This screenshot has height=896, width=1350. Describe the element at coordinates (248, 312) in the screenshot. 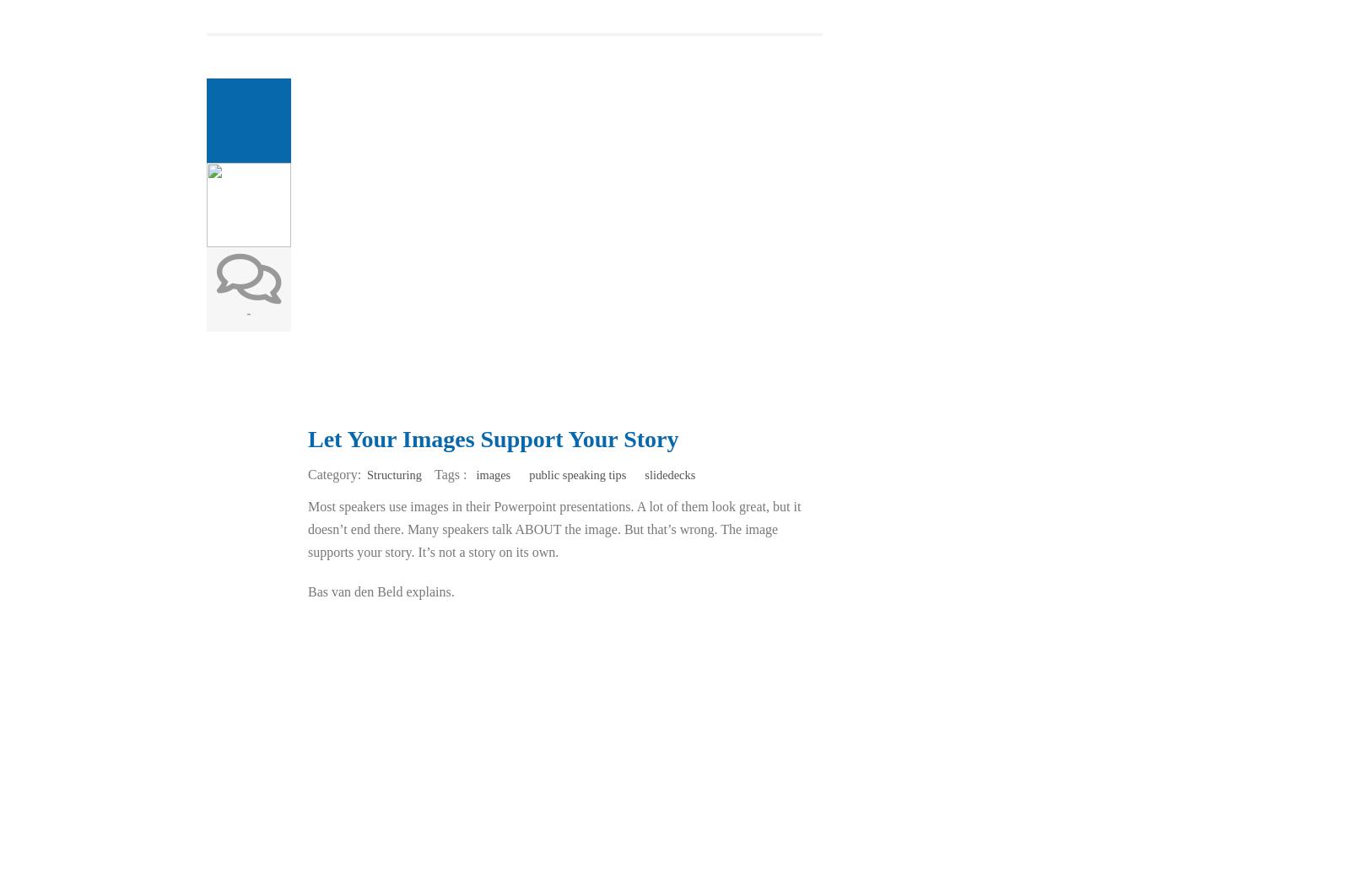

I see `'-'` at that location.